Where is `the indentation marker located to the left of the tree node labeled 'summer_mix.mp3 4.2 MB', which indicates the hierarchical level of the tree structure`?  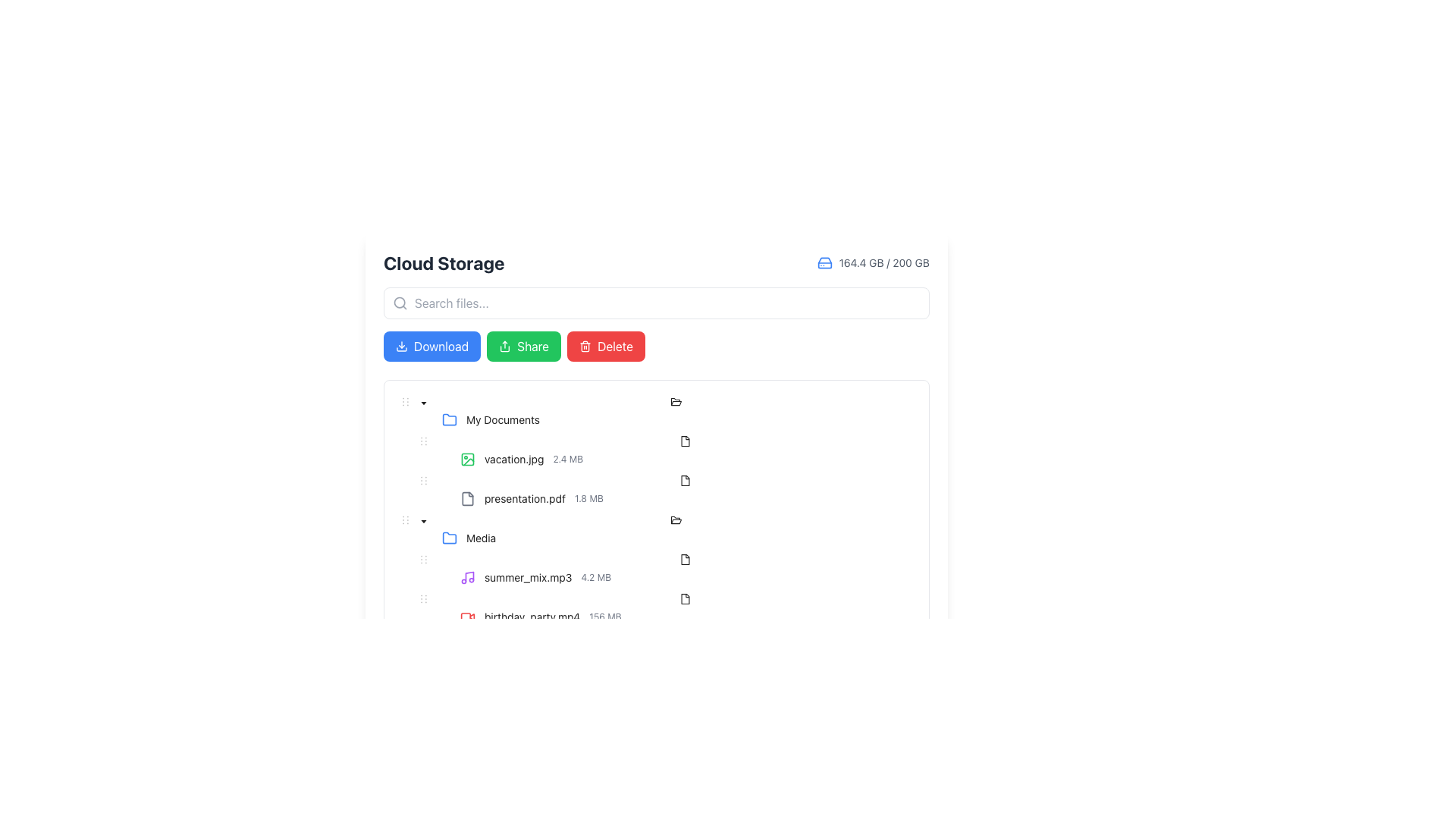 the indentation marker located to the left of the tree node labeled 'summer_mix.mp3 4.2 MB', which indicates the hierarchical level of the tree structure is located at coordinates (405, 568).